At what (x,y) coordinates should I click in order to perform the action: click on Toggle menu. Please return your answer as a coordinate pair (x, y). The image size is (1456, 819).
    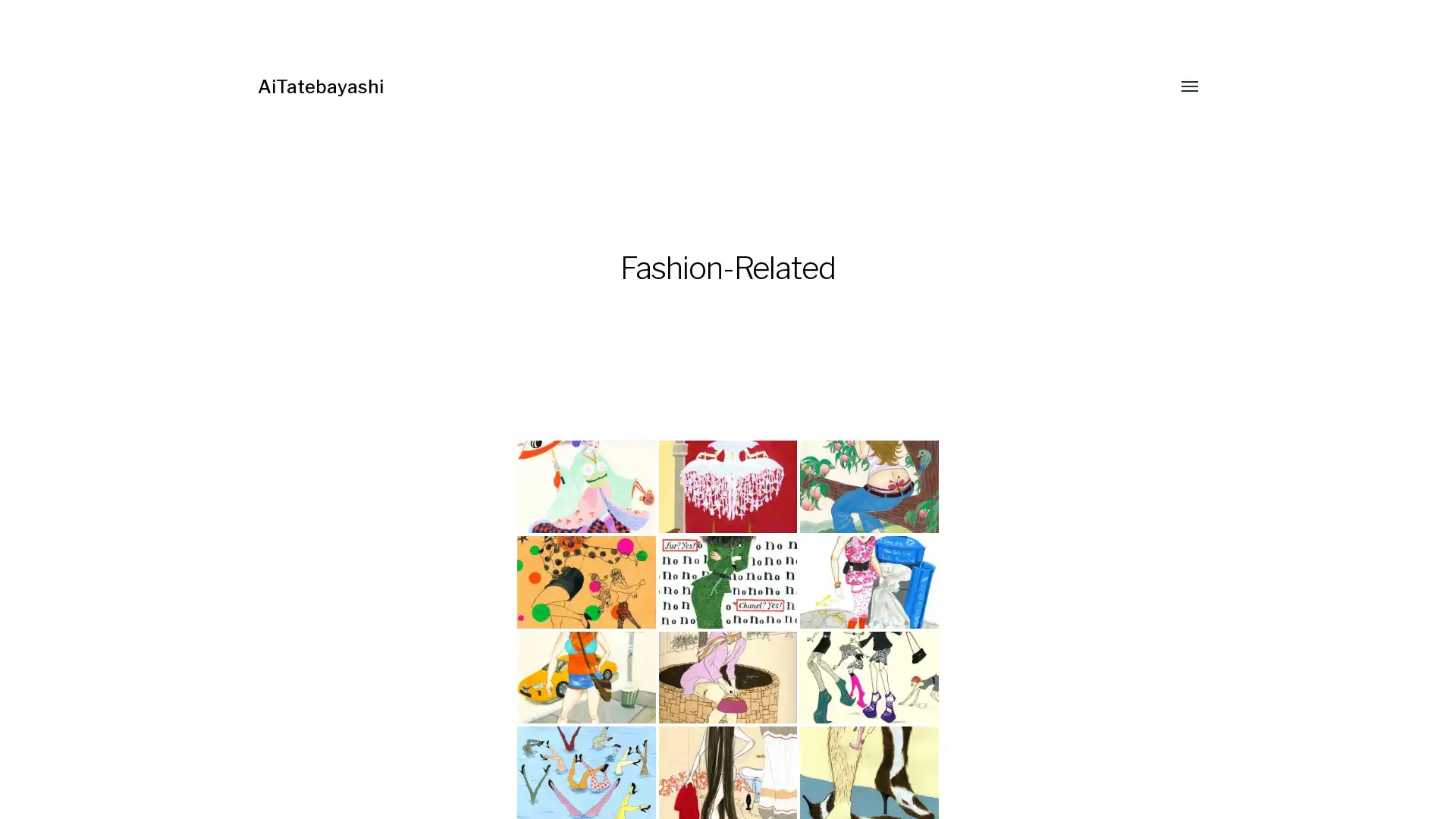
    Looking at the image, I should click on (1178, 86).